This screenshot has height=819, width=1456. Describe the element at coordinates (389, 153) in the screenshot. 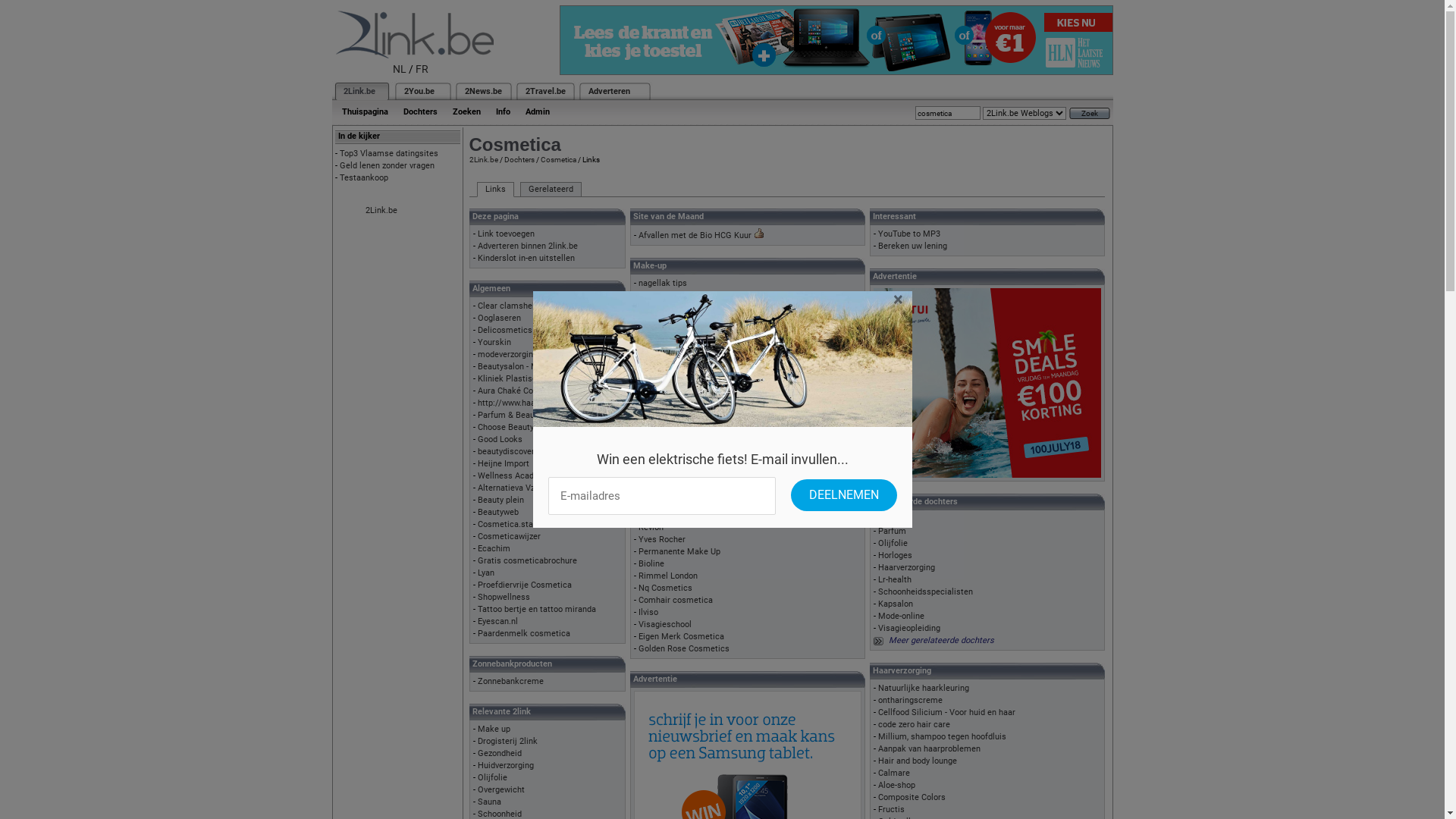

I see `'Top3 Vlaamse datingsites'` at that location.